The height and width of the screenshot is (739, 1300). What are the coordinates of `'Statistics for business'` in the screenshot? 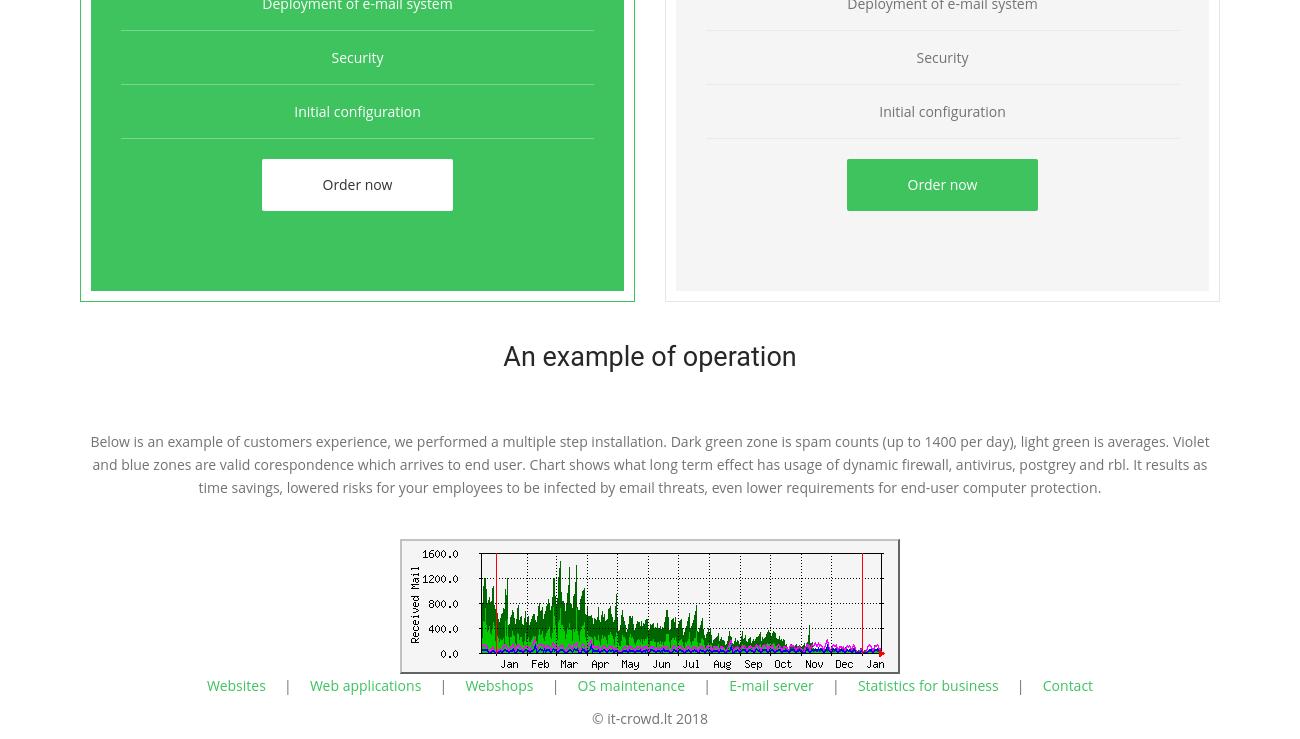 It's located at (856, 684).